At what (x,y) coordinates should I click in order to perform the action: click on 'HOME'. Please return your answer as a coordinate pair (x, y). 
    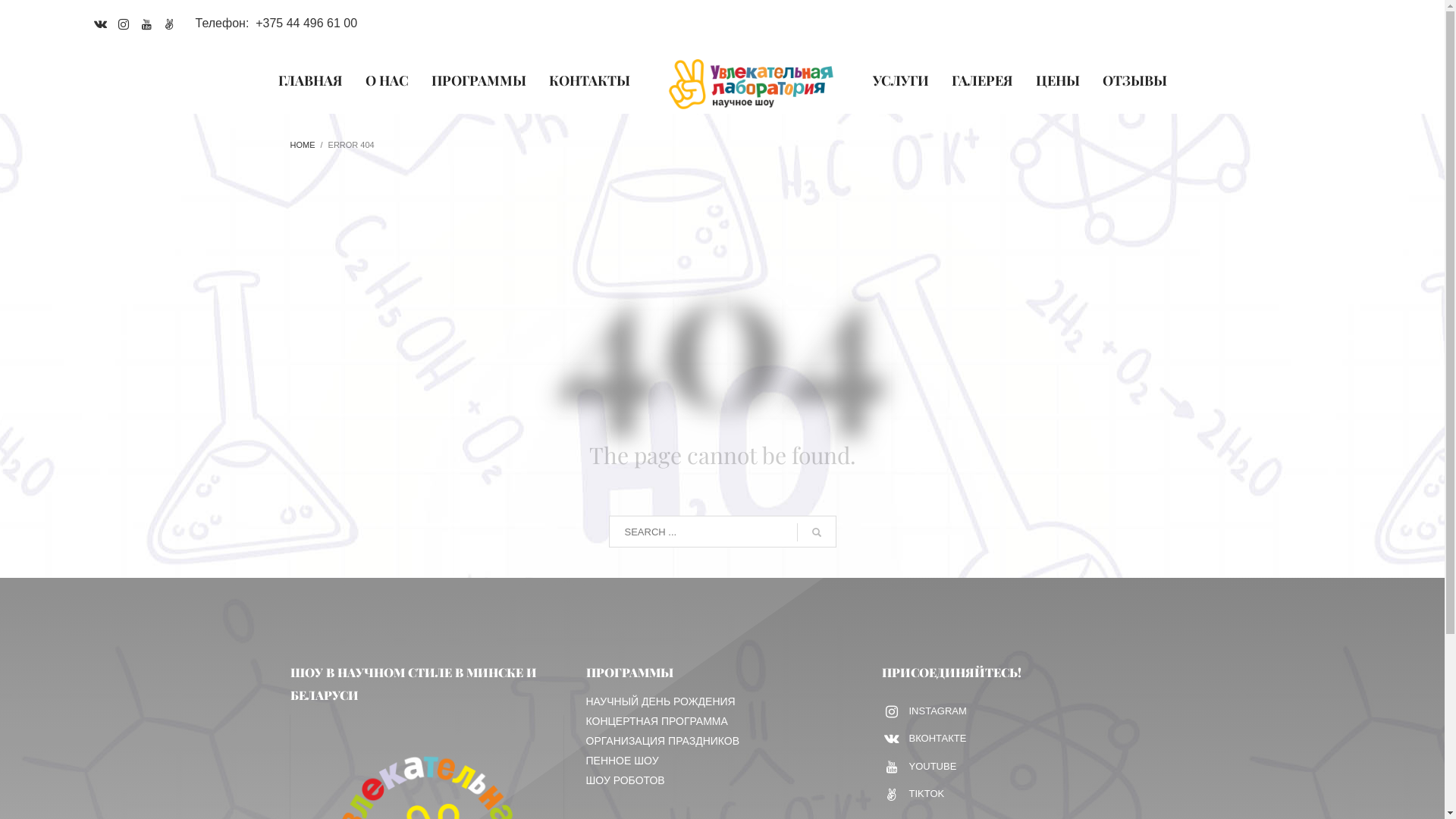
    Looking at the image, I should click on (290, 145).